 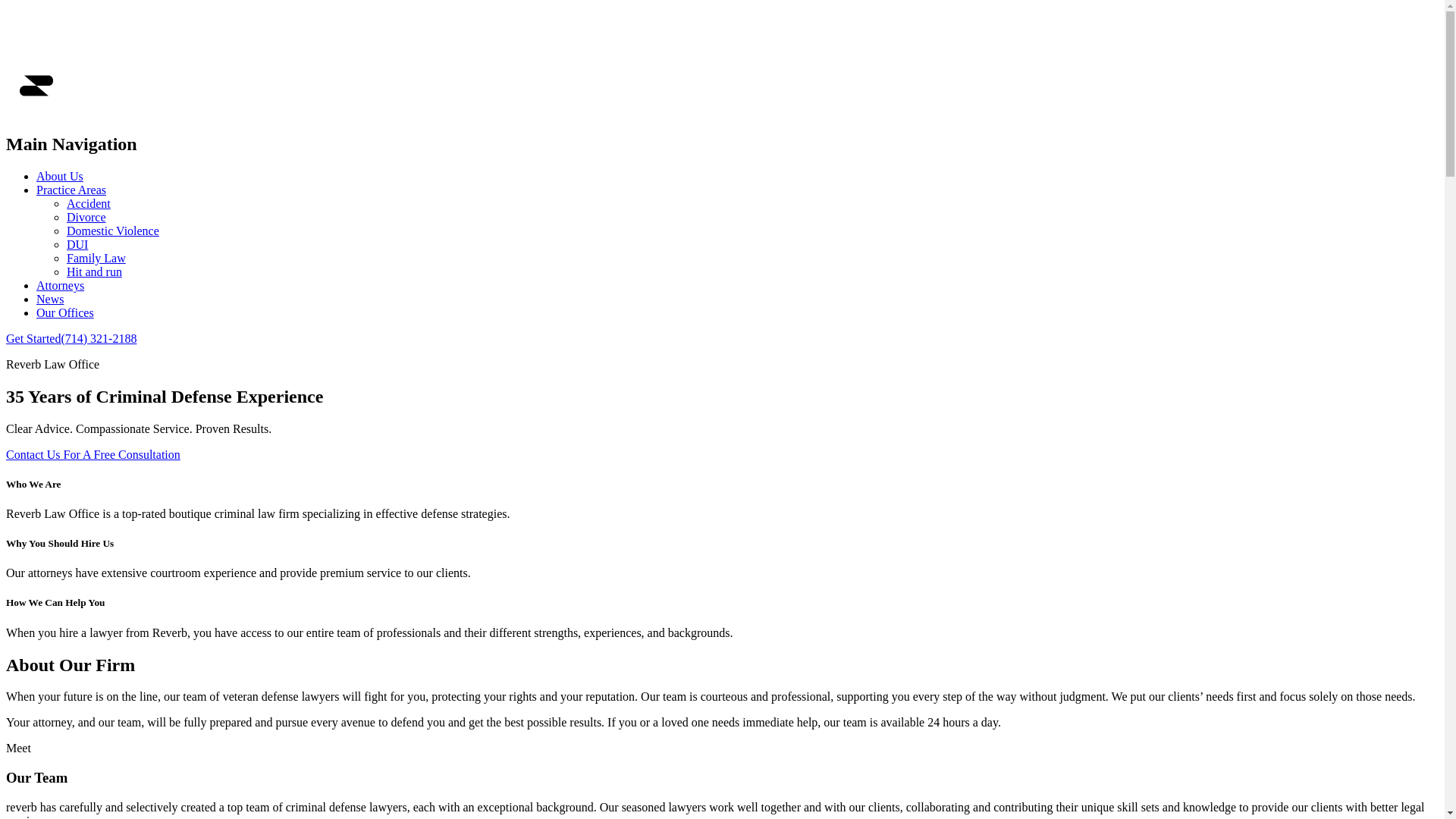 What do you see at coordinates (111, 231) in the screenshot?
I see `'Domestic Violence'` at bounding box center [111, 231].